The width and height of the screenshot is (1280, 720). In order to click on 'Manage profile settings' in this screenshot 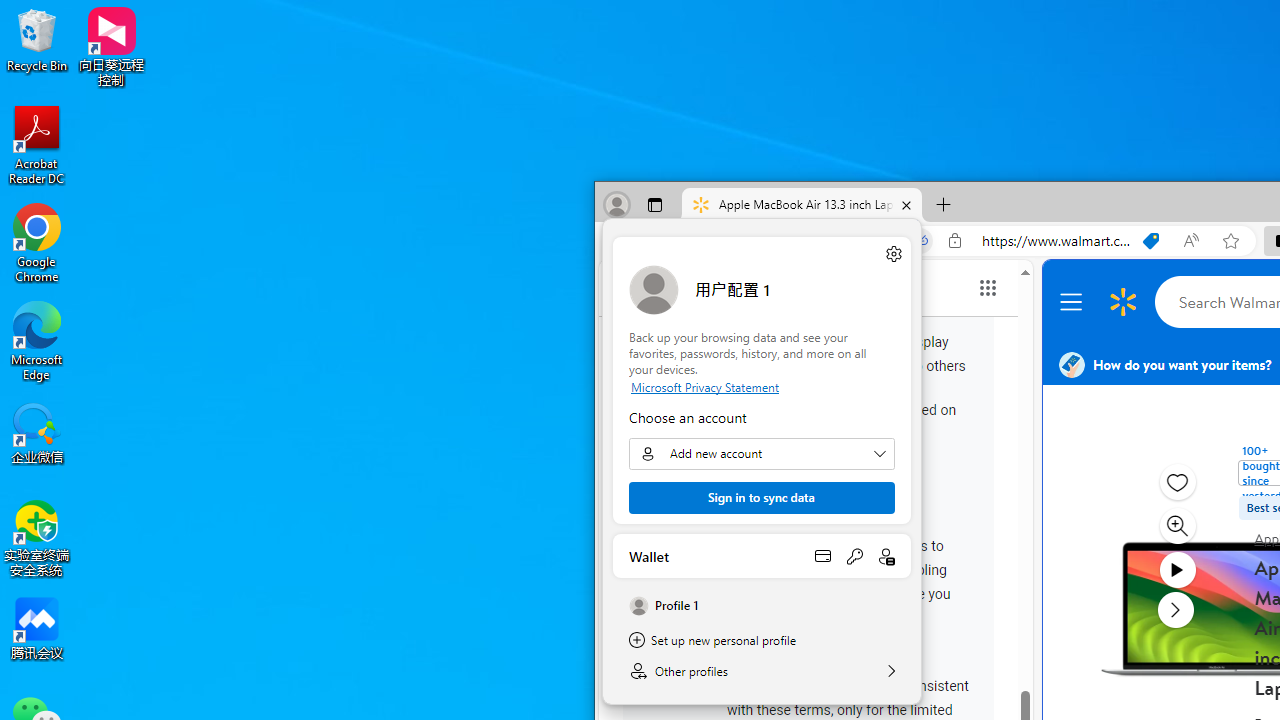, I will do `click(893, 252)`.